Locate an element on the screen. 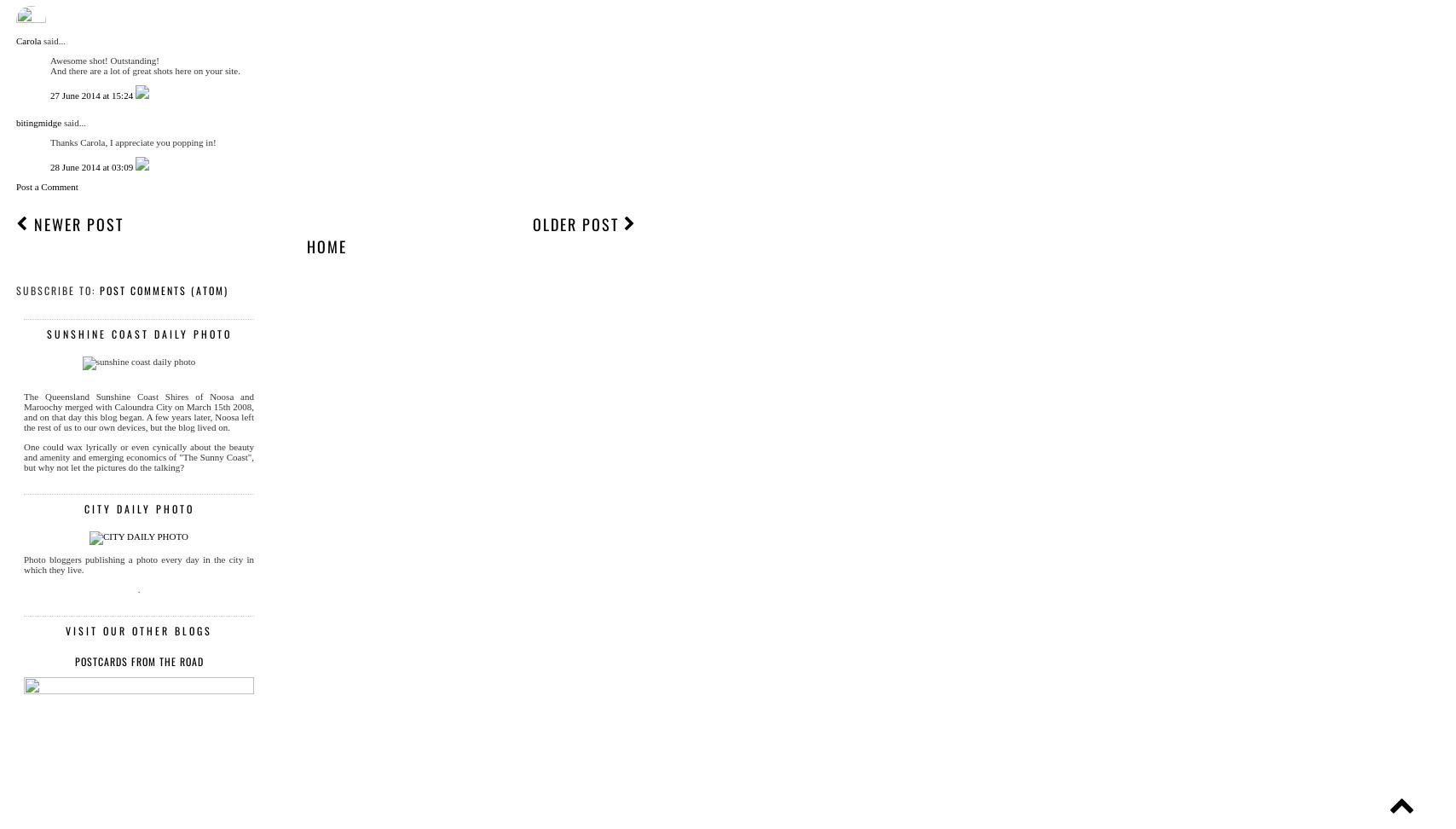 This screenshot has width=1456, height=829. 'Postcards from the Road' is located at coordinates (138, 661).